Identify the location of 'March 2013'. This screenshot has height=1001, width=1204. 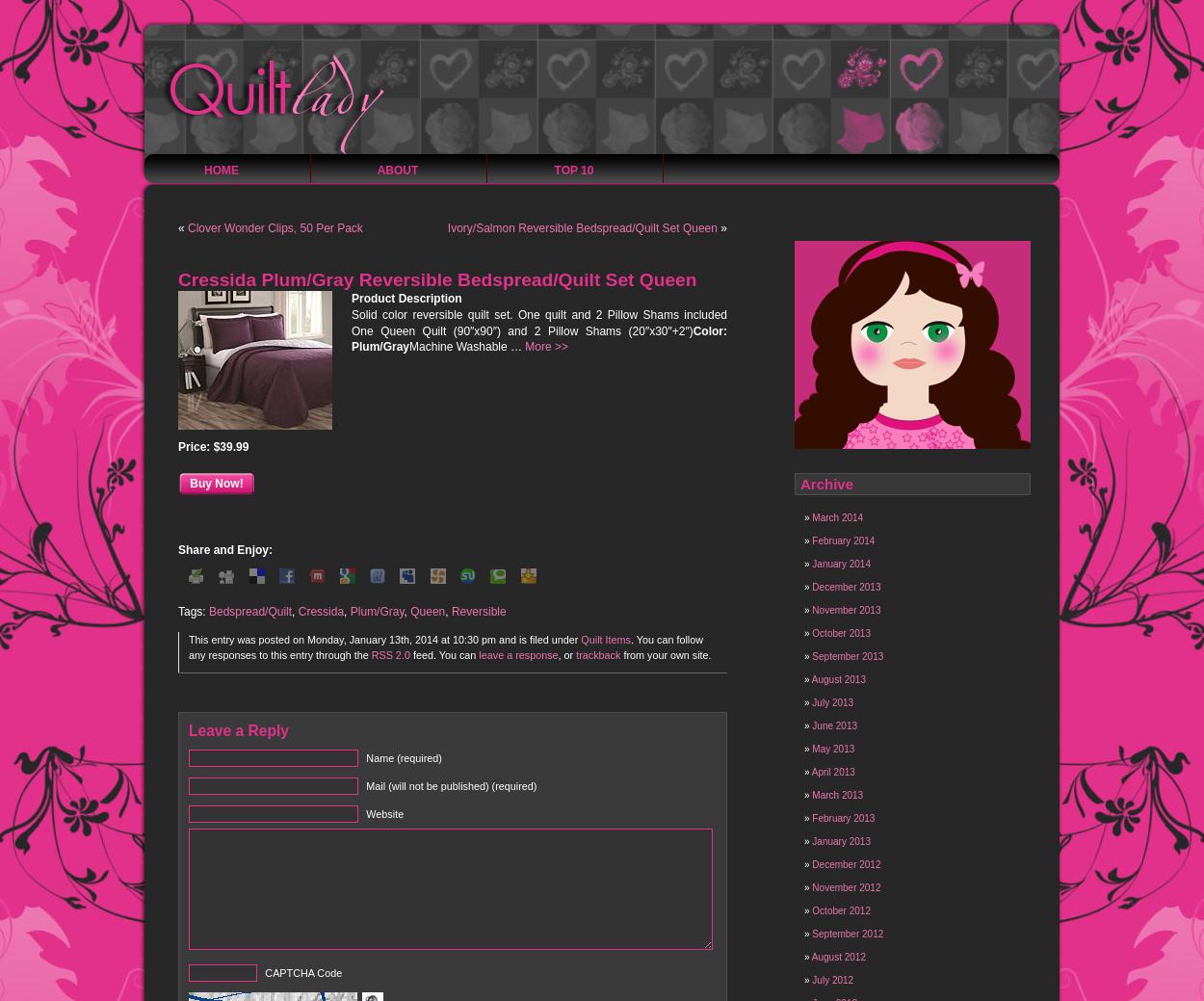
(836, 794).